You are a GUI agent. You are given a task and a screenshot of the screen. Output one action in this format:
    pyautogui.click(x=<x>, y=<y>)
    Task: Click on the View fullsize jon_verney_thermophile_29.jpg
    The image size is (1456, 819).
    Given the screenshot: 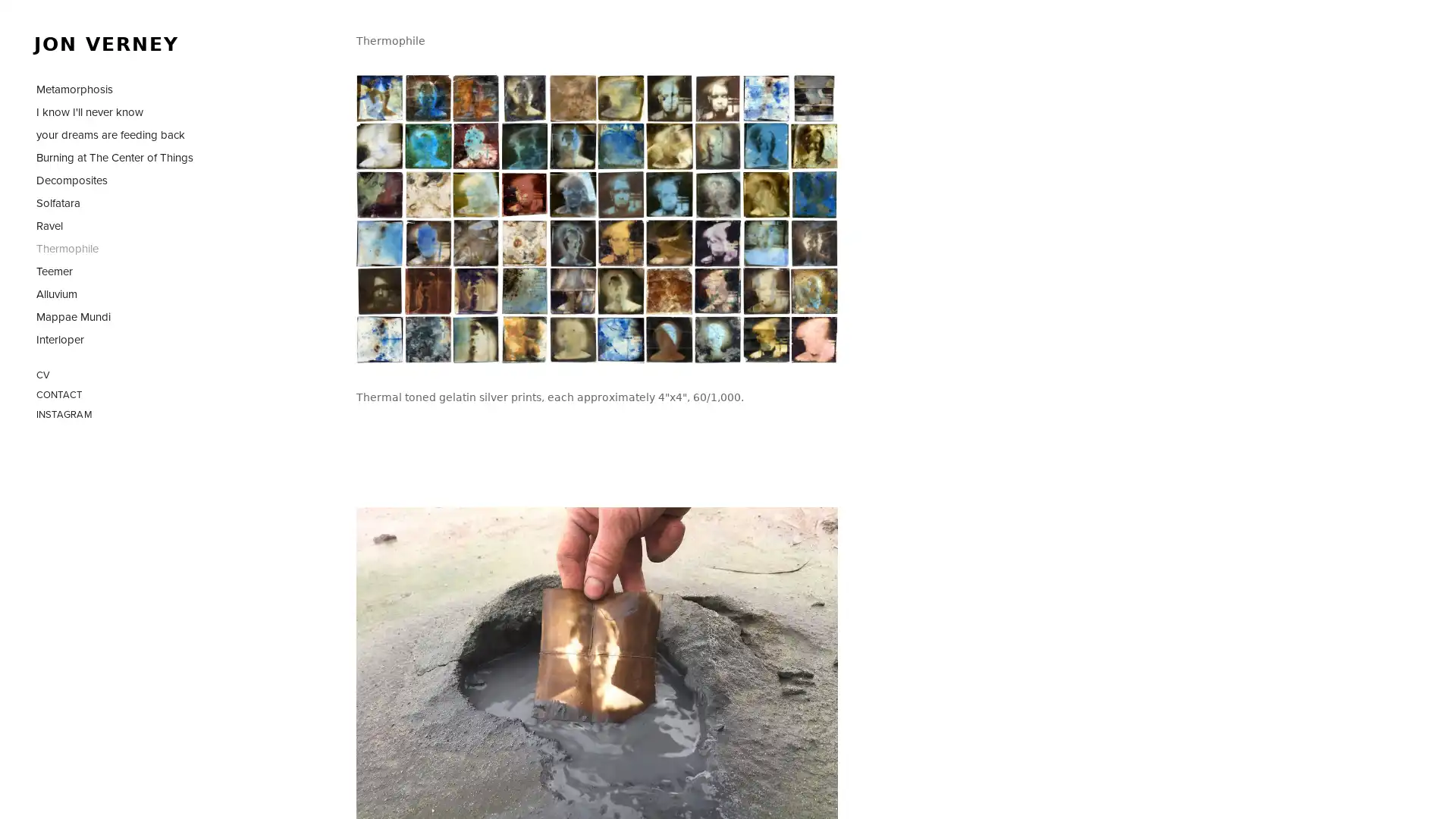 What is the action you would take?
    pyautogui.click(x=765, y=242)
    